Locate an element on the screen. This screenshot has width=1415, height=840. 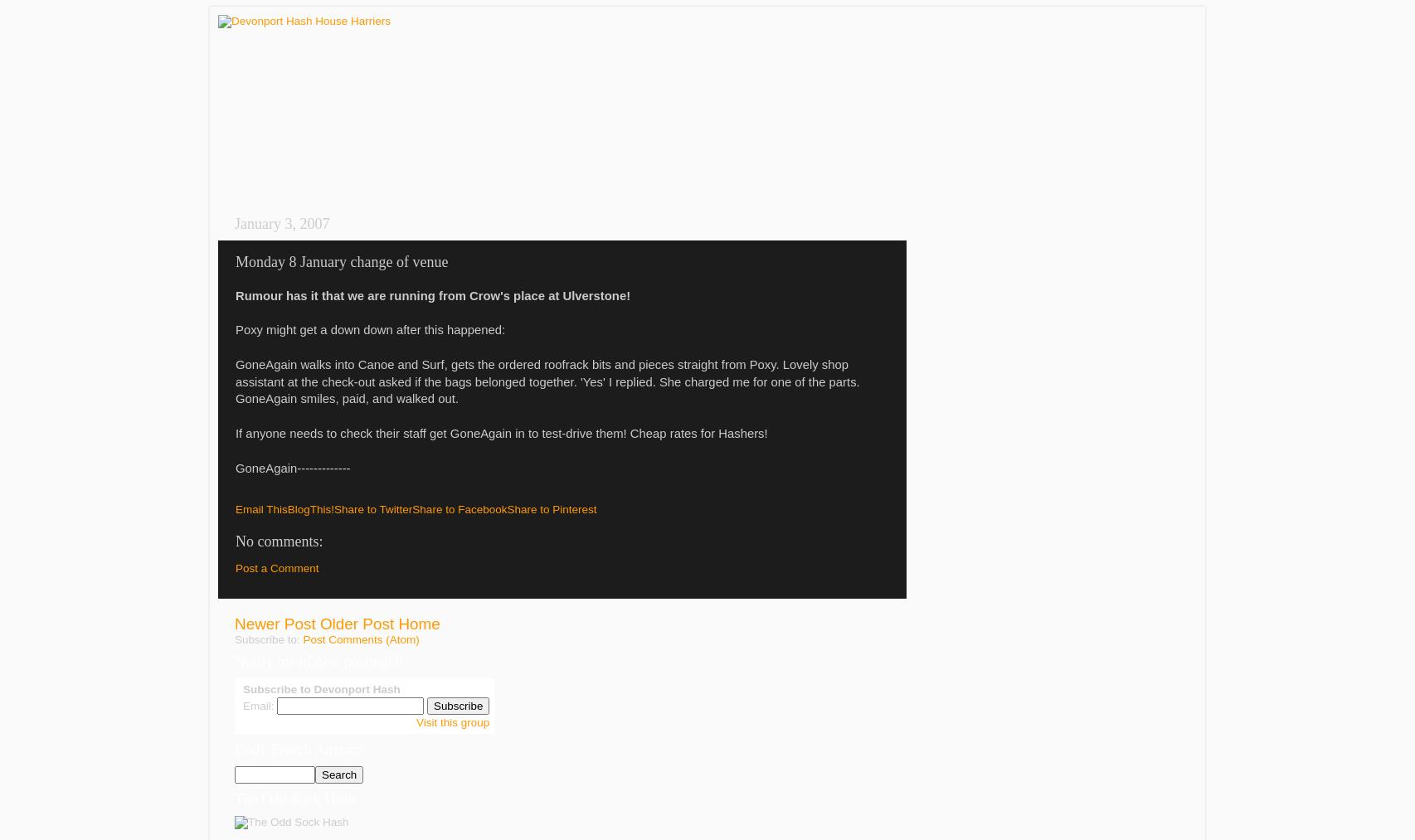
'Newer Post' is located at coordinates (275, 624).